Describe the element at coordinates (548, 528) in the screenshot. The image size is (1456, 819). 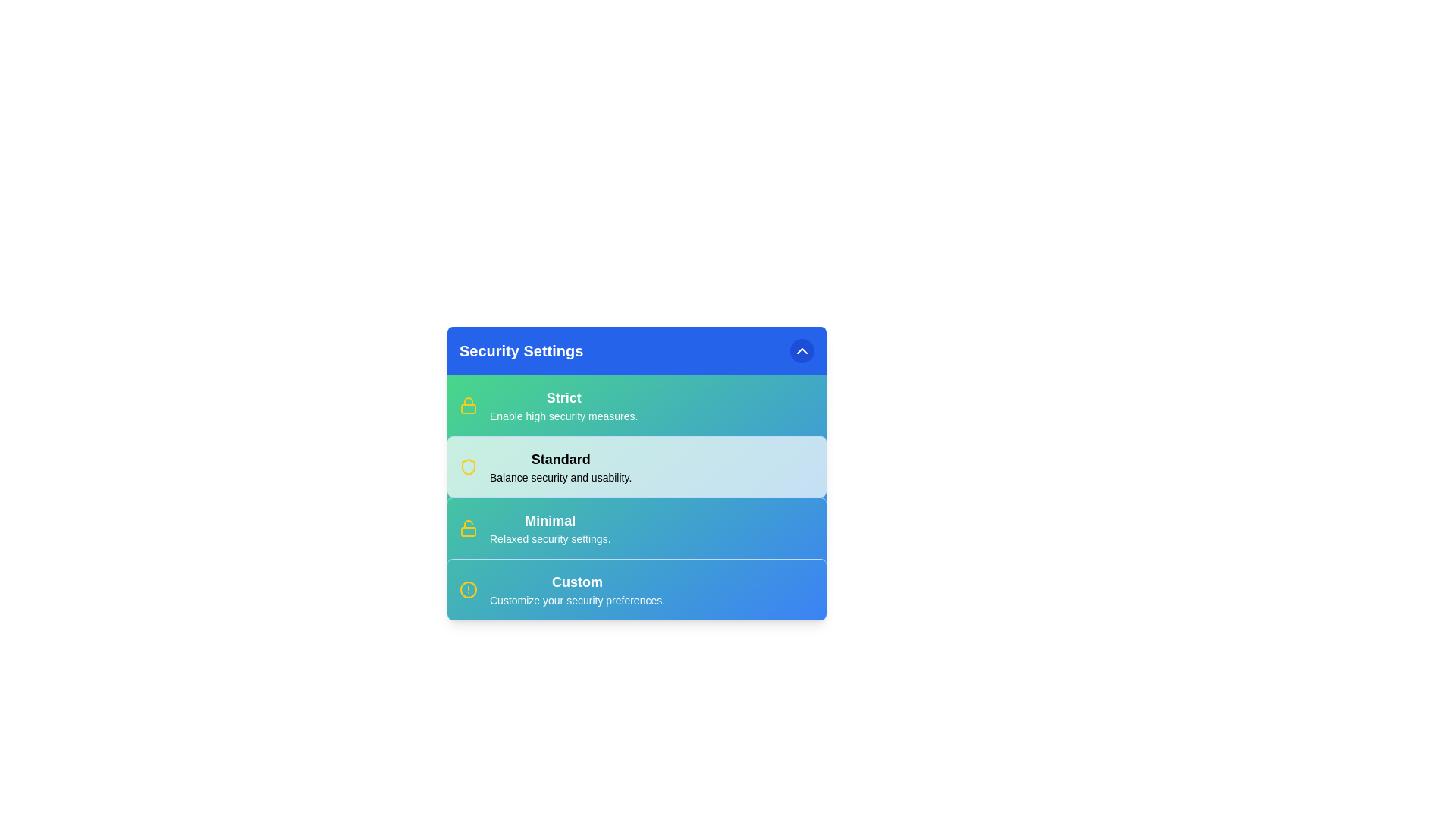
I see `the security option Minimal from the menu` at that location.